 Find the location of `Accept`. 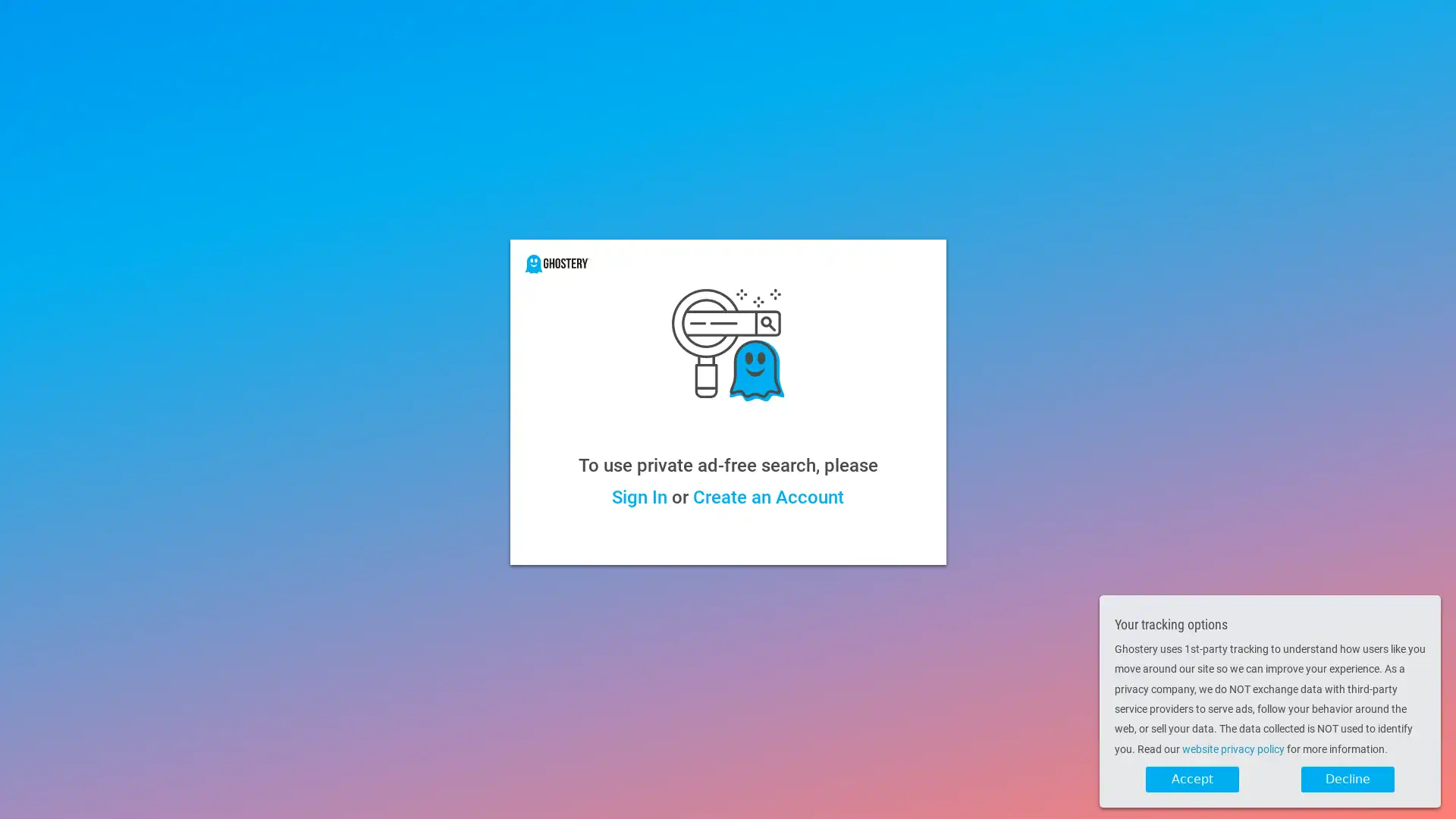

Accept is located at coordinates (1191, 780).